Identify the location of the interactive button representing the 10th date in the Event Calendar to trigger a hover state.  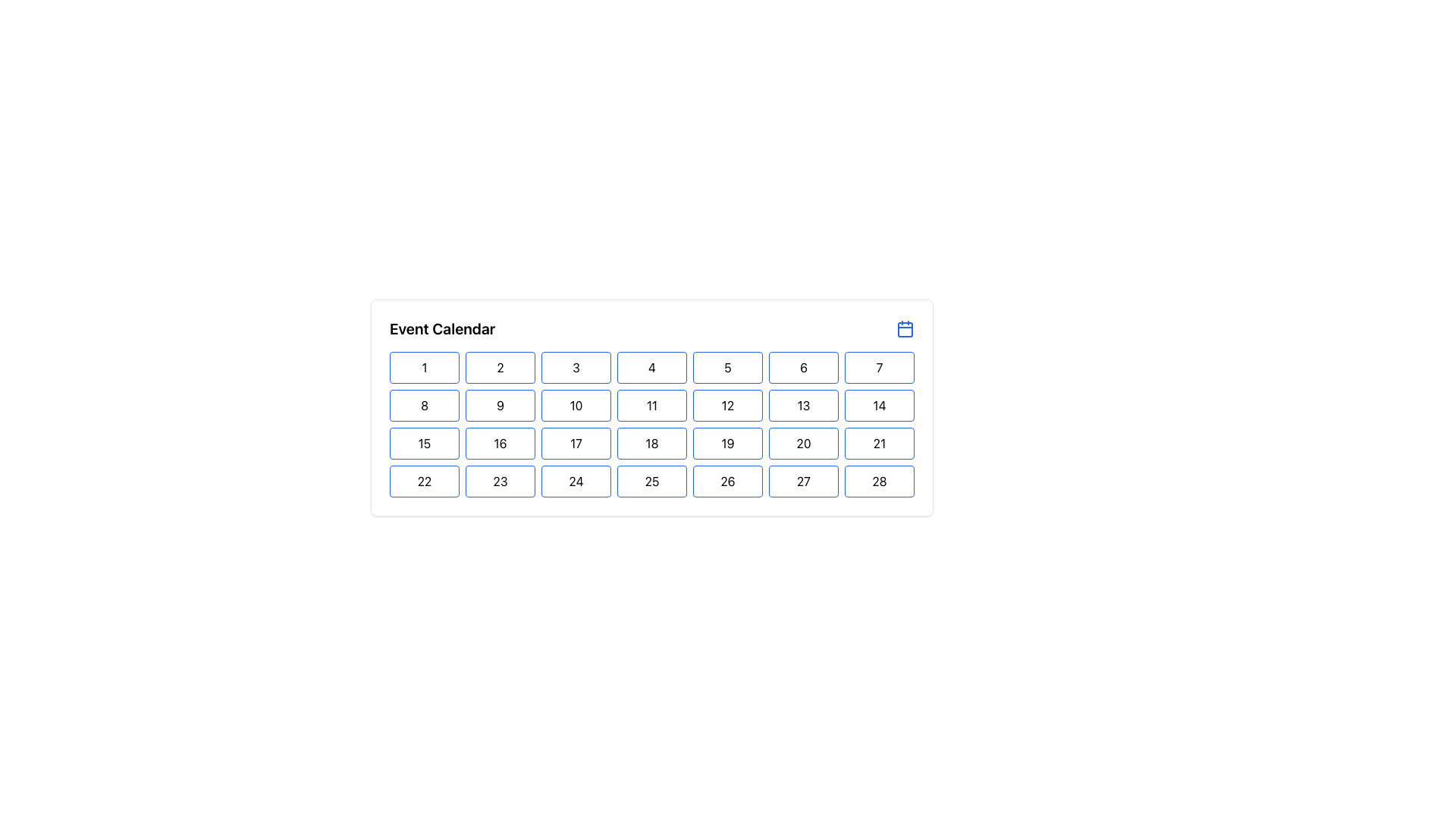
(575, 405).